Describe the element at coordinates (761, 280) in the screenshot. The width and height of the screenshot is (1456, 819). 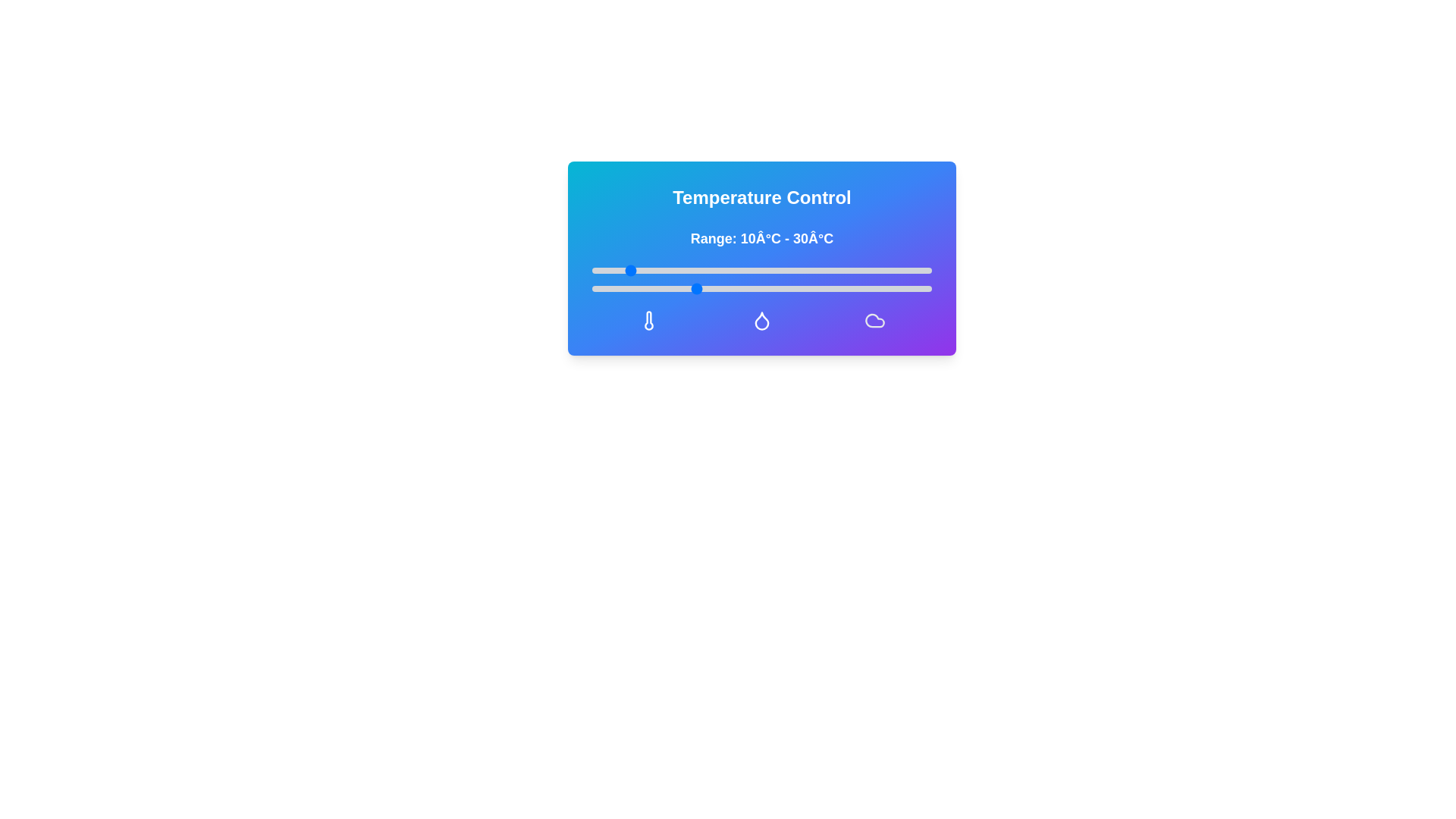
I see `and drag the sliders of the vertical stack containing two range sliders, which are centrally placed beneath the text 'Range: 10°C - 30°C', to adjust their values` at that location.